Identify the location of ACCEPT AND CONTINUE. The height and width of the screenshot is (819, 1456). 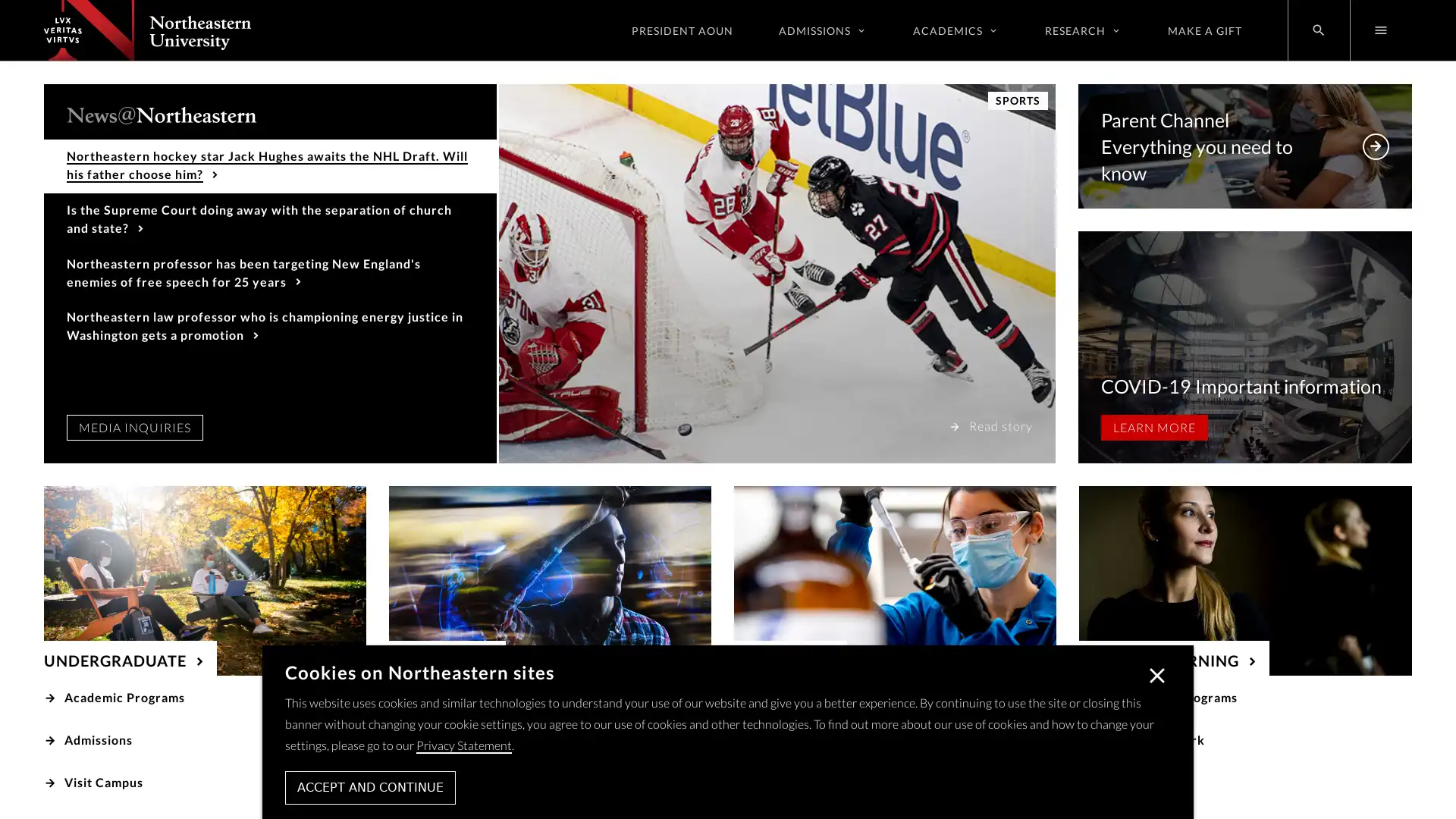
(369, 786).